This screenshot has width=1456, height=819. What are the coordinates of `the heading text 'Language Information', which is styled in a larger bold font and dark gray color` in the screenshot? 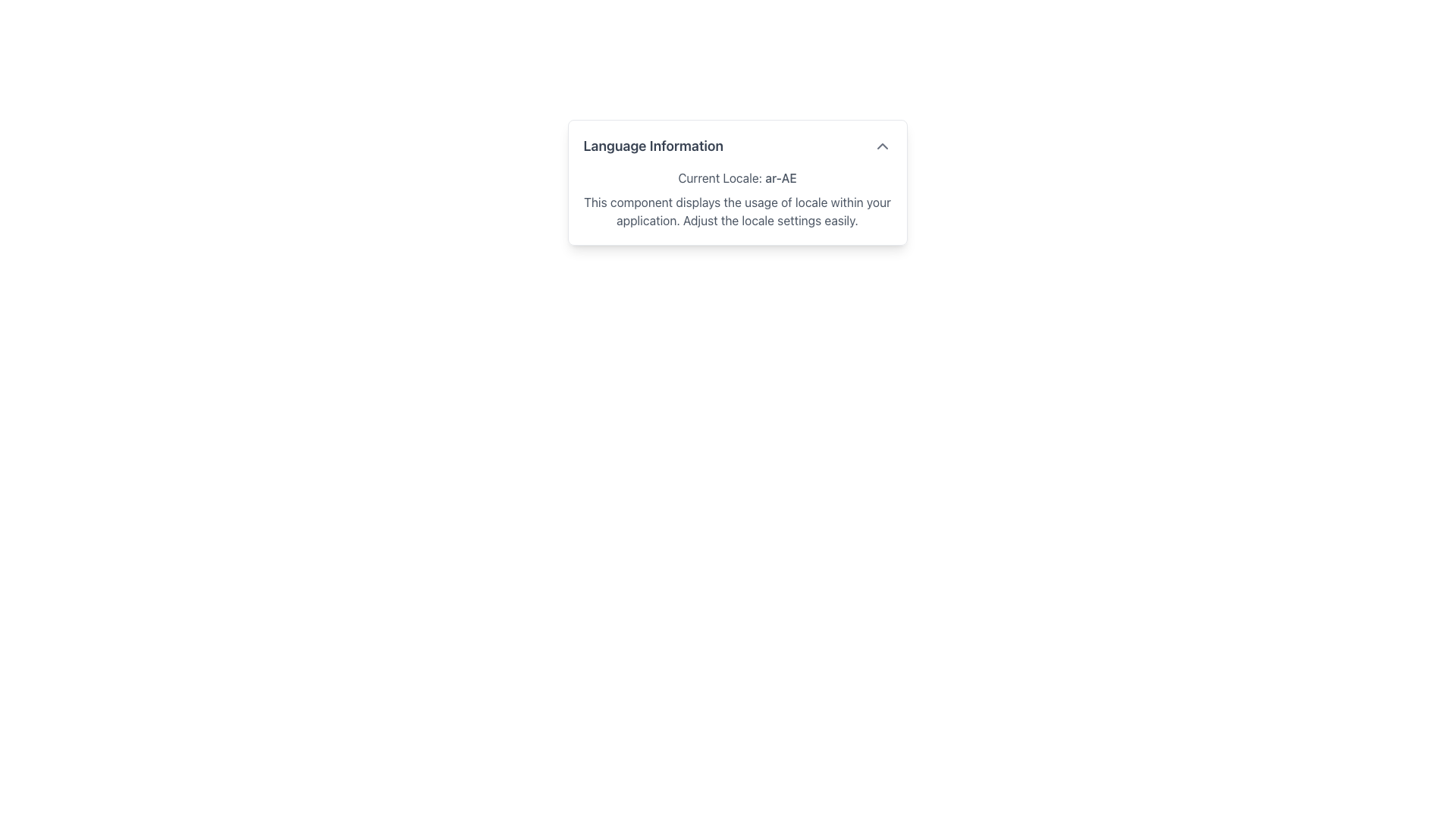 It's located at (653, 146).